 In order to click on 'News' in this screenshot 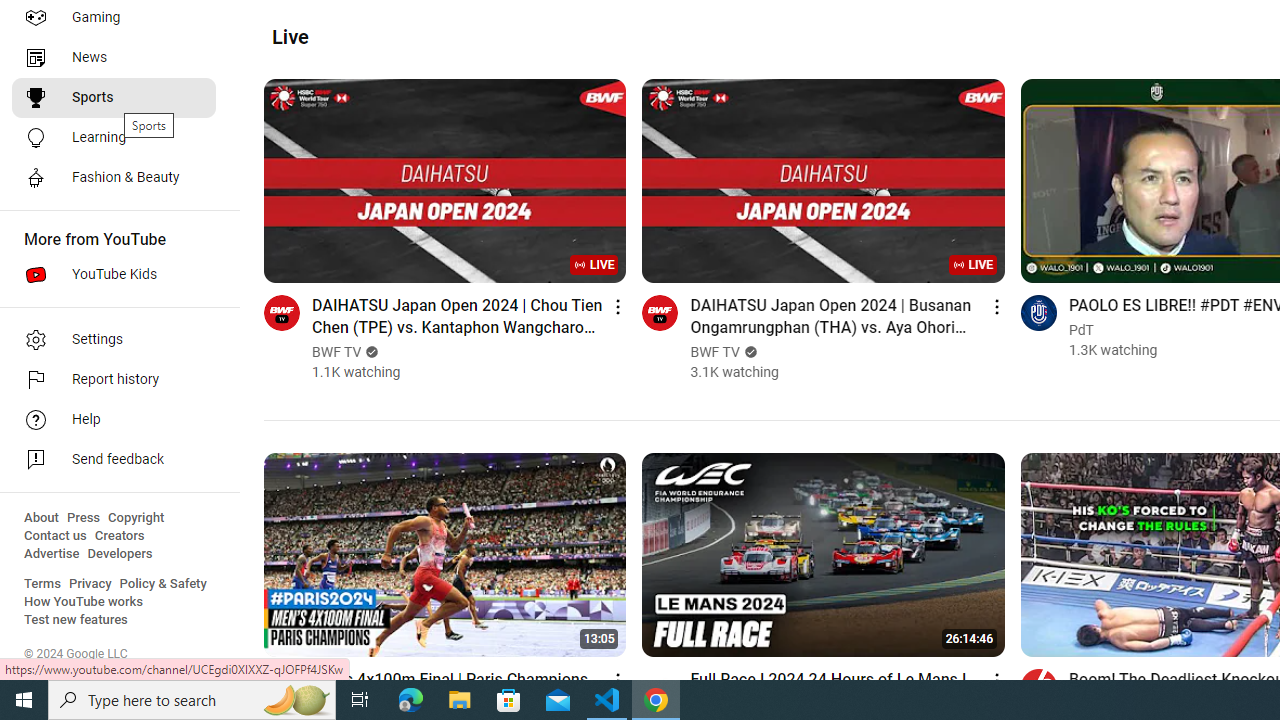, I will do `click(112, 56)`.